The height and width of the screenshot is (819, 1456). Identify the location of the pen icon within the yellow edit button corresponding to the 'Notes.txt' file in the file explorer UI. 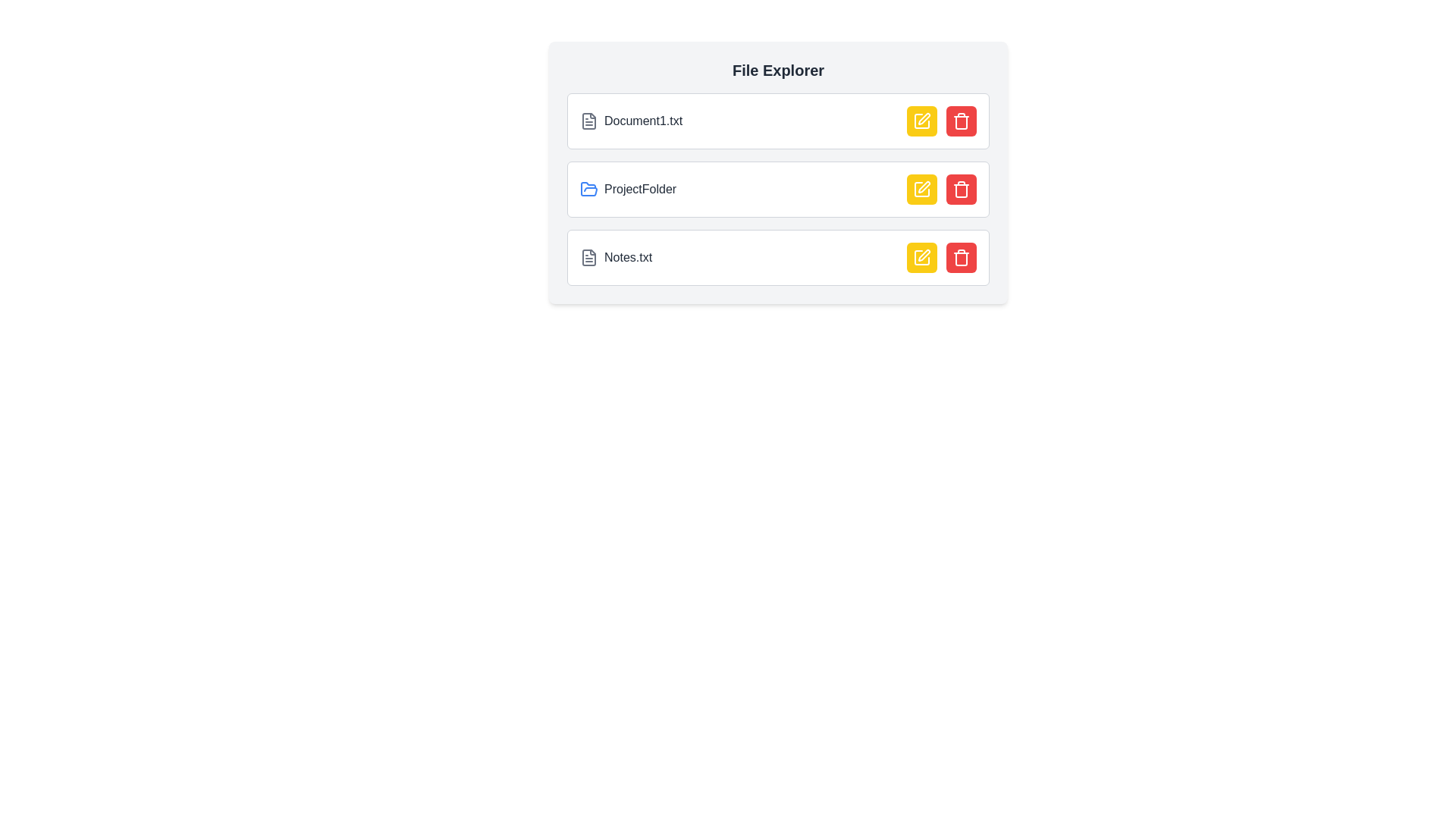
(924, 254).